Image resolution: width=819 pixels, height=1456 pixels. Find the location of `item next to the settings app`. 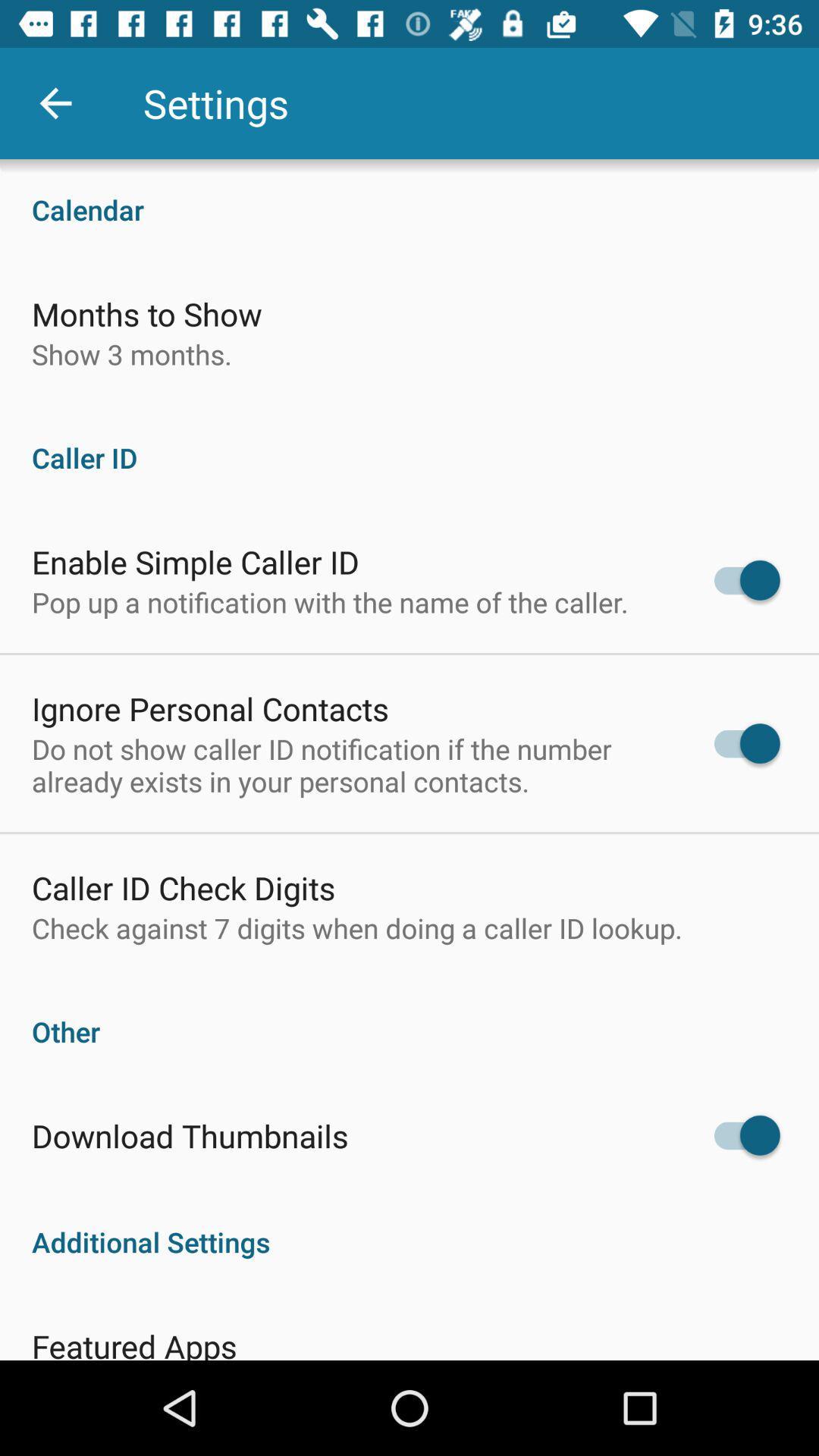

item next to the settings app is located at coordinates (55, 102).